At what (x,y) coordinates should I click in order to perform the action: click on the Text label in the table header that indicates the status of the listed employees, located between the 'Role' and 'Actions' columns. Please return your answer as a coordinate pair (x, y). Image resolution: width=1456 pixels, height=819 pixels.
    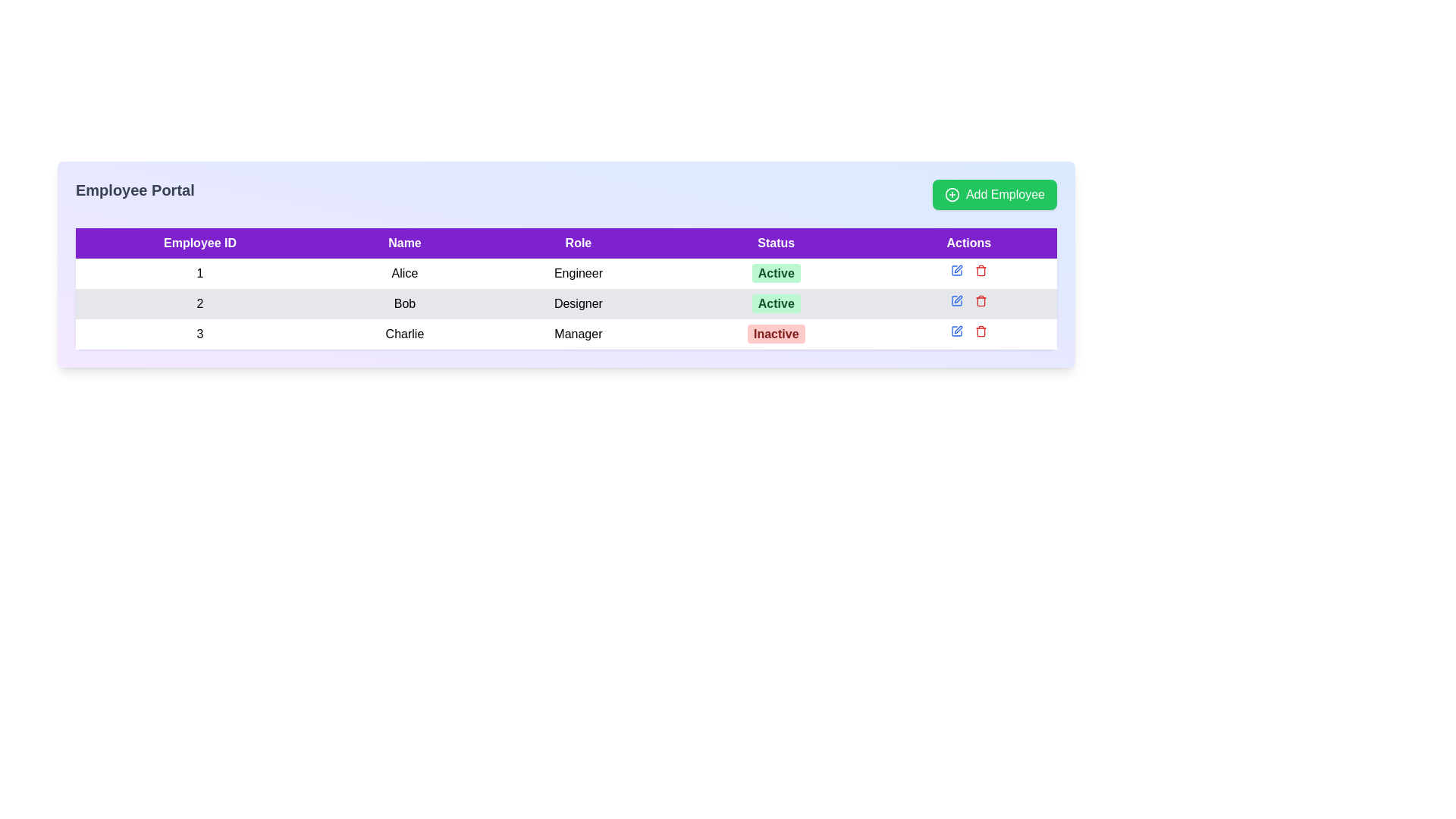
    Looking at the image, I should click on (776, 242).